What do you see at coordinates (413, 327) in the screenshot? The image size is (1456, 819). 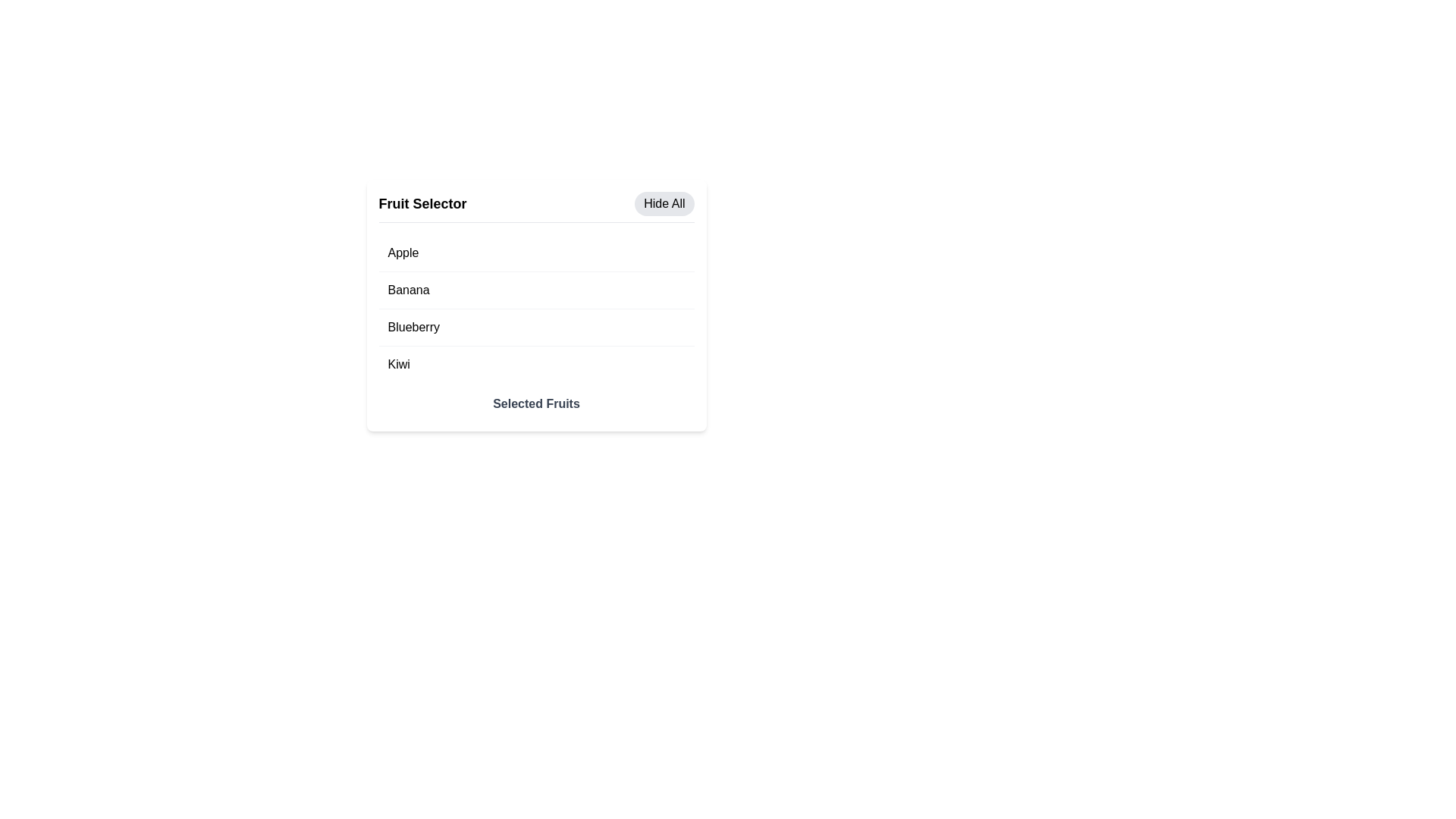 I see `the text label displaying 'Blueberry' in the 'Fruit Selector' list` at bounding box center [413, 327].